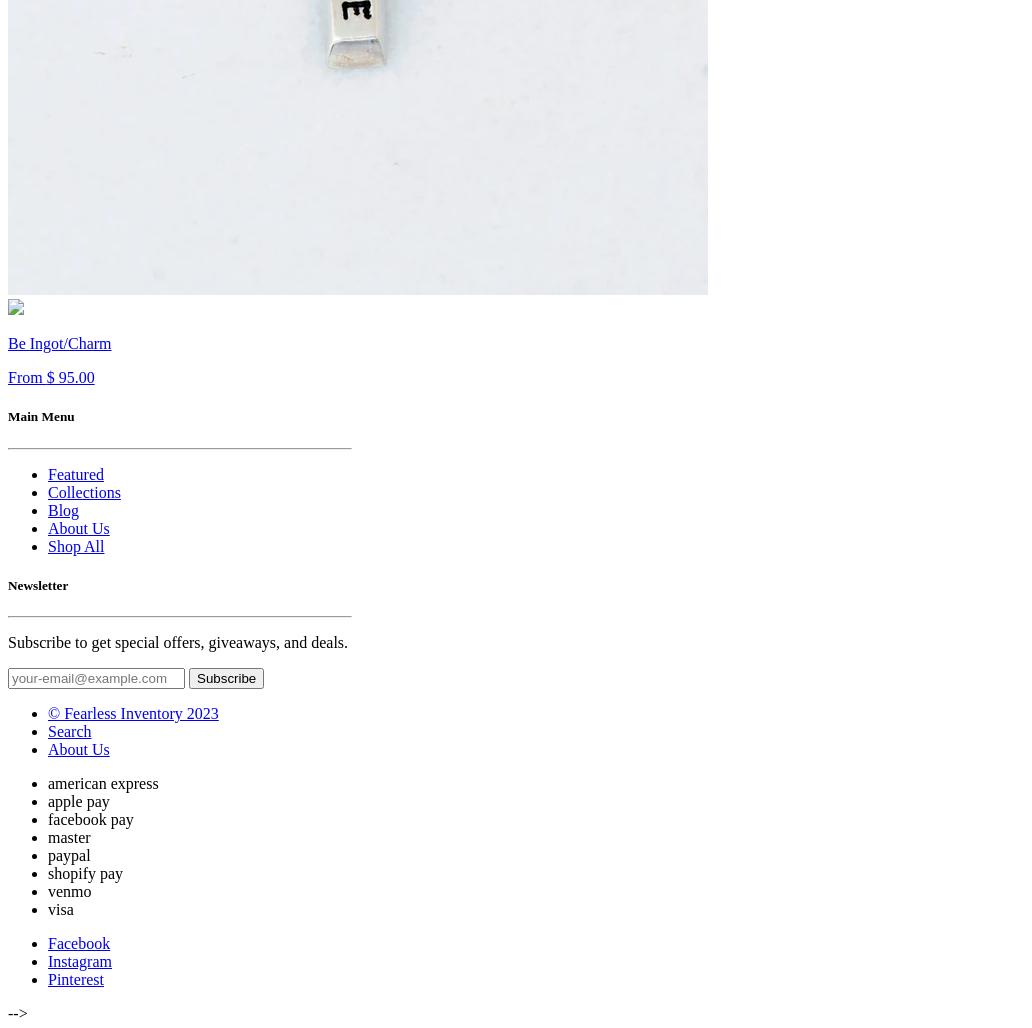 The height and width of the screenshot is (1028, 1032). I want to click on 'Subscribe to get special offers,  giveaways, and  deals.', so click(177, 640).